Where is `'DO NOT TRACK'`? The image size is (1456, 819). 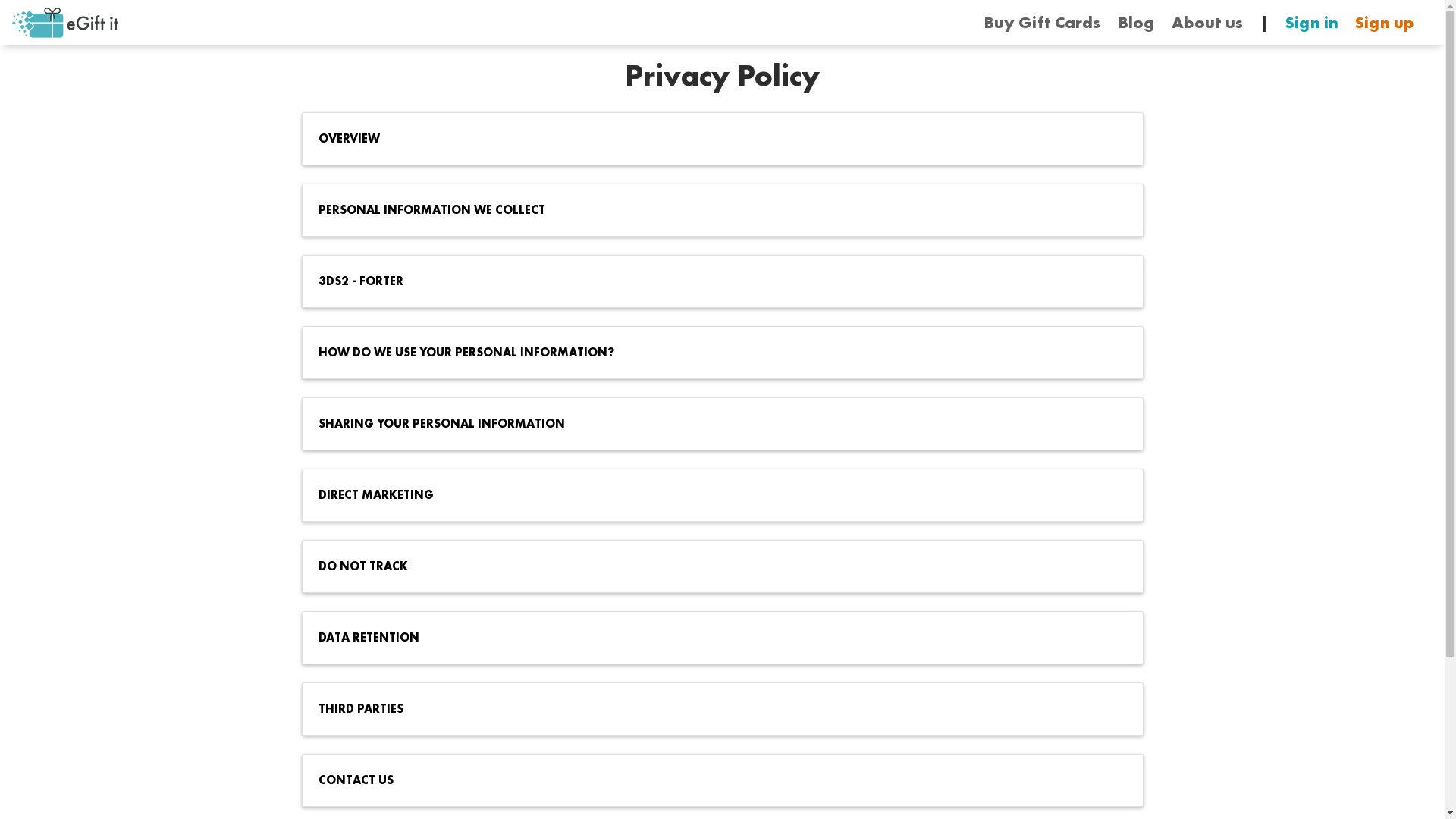
'DO NOT TRACK' is located at coordinates (305, 566).